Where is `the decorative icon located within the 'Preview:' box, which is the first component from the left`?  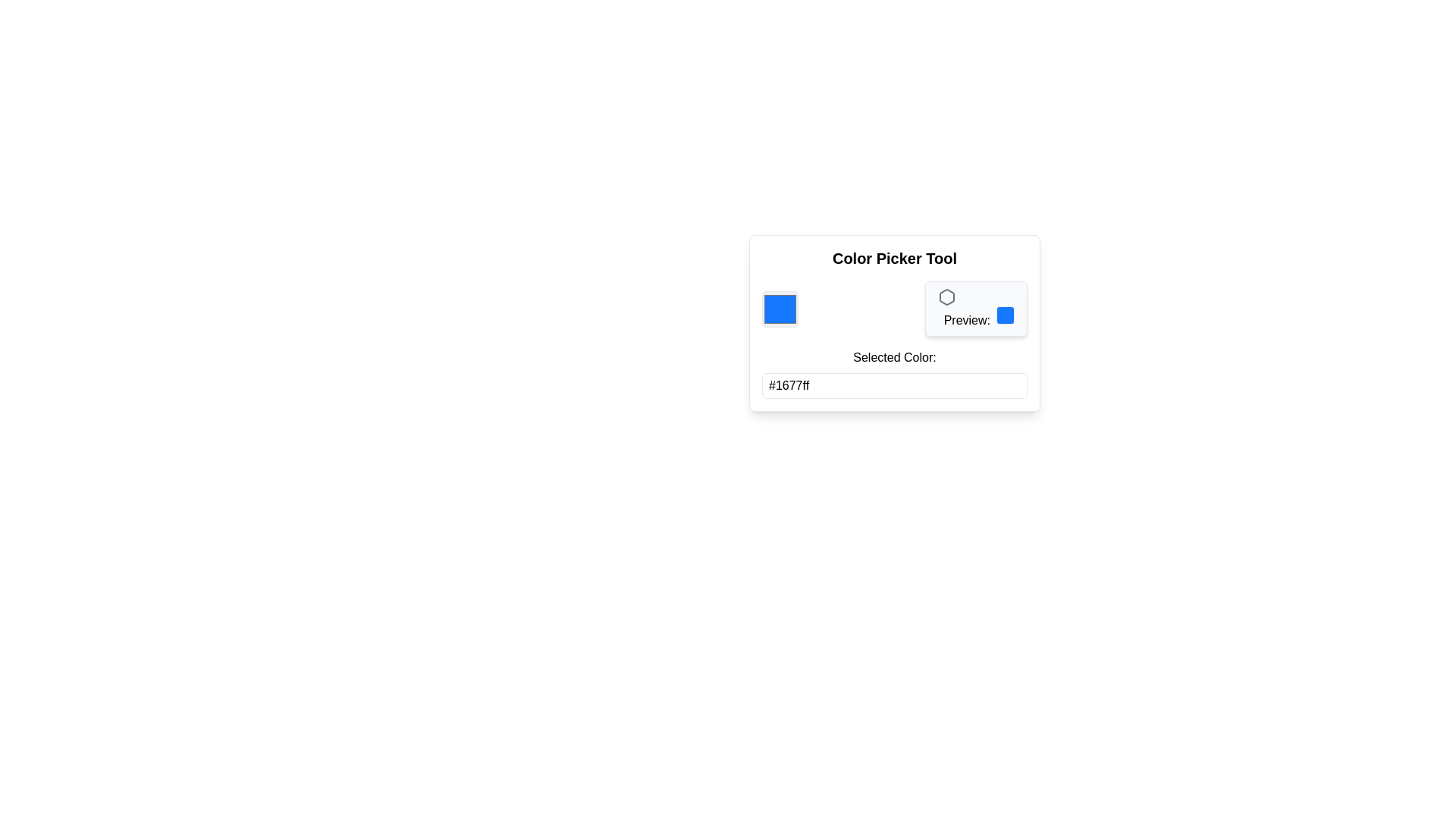 the decorative icon located within the 'Preview:' box, which is the first component from the left is located at coordinates (946, 297).